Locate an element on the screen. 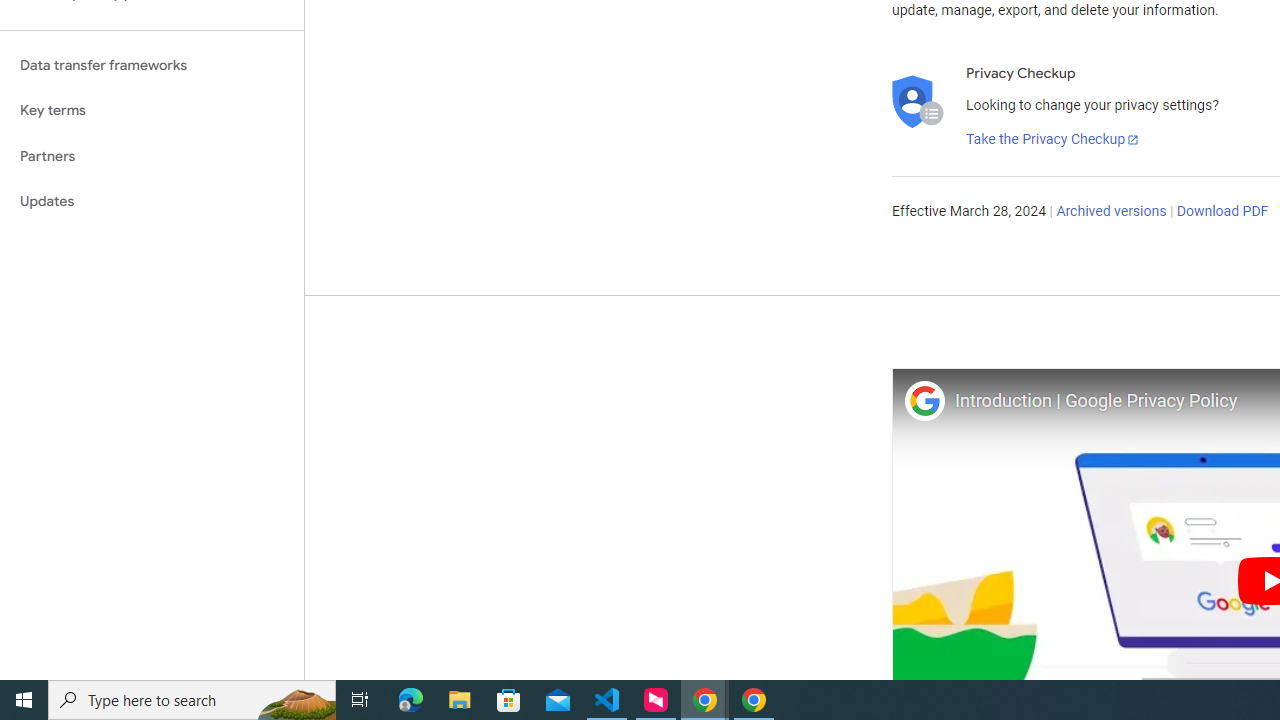 The image size is (1280, 720). 'Download PDF' is located at coordinates (1221, 212).